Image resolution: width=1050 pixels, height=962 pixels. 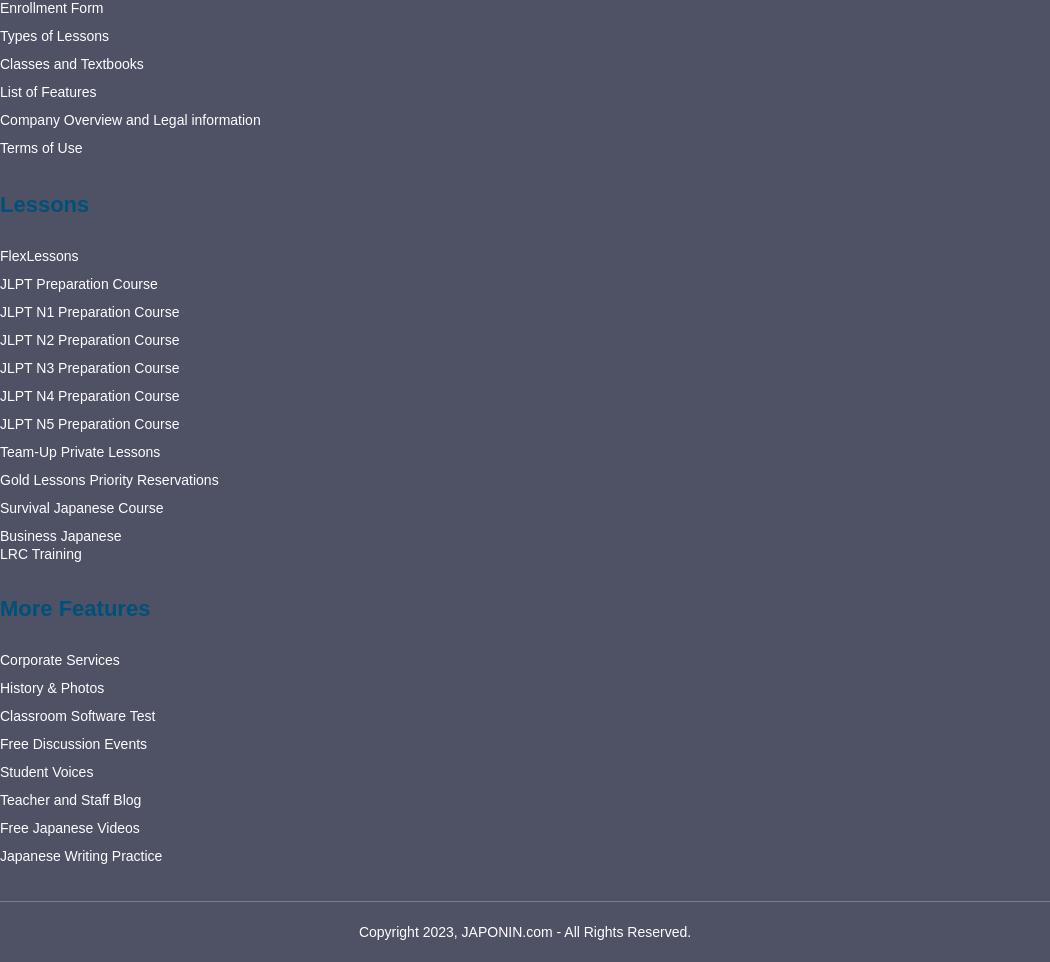 I want to click on 'JLPT N5 Preparation Course', so click(x=89, y=422).